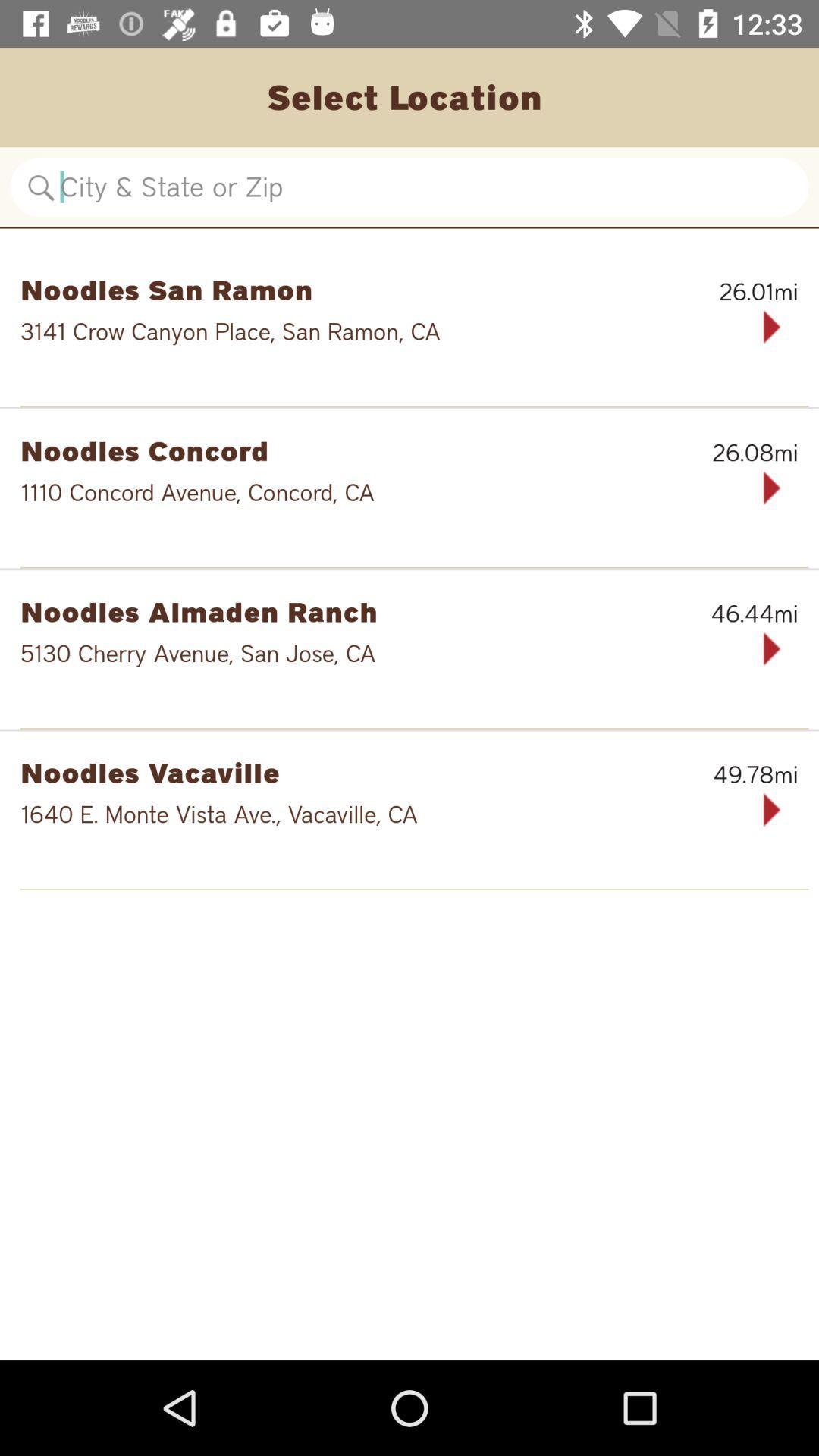 Image resolution: width=819 pixels, height=1456 pixels. Describe the element at coordinates (361, 653) in the screenshot. I see `5130 cherry avenue item` at that location.